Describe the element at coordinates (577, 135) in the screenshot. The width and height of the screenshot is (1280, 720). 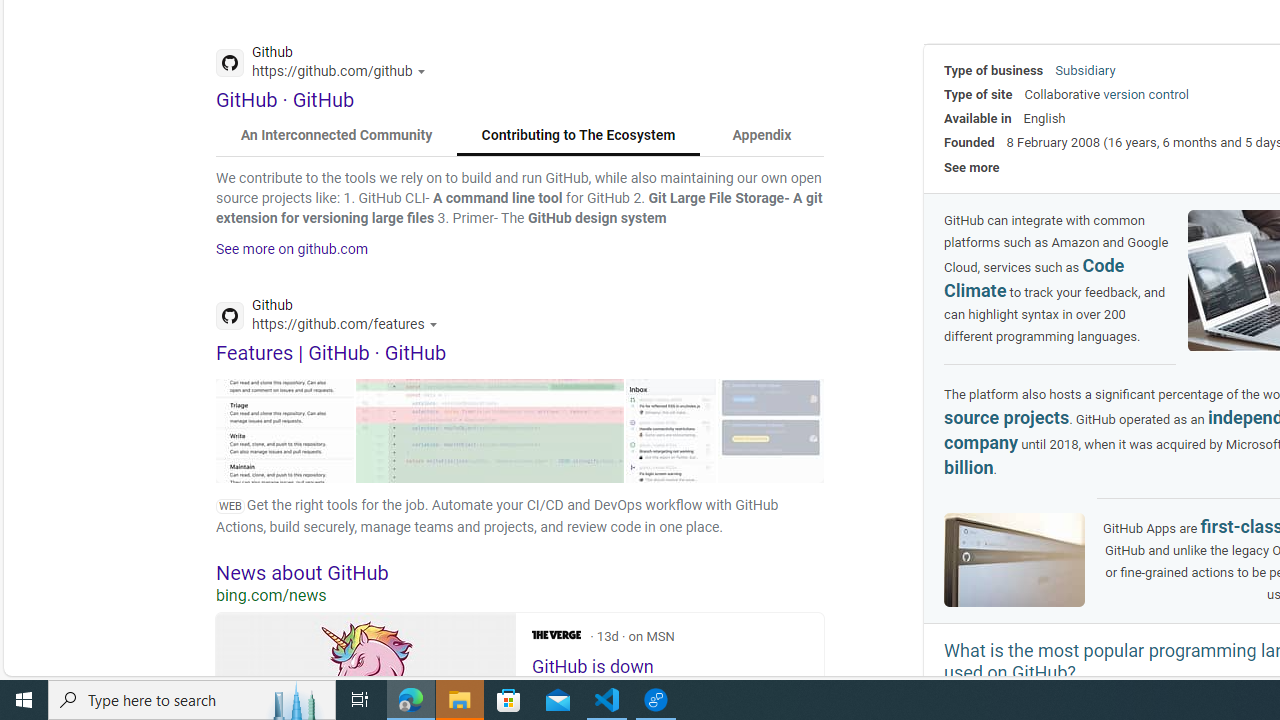
I see `'Contributing to The Ecosystem'` at that location.